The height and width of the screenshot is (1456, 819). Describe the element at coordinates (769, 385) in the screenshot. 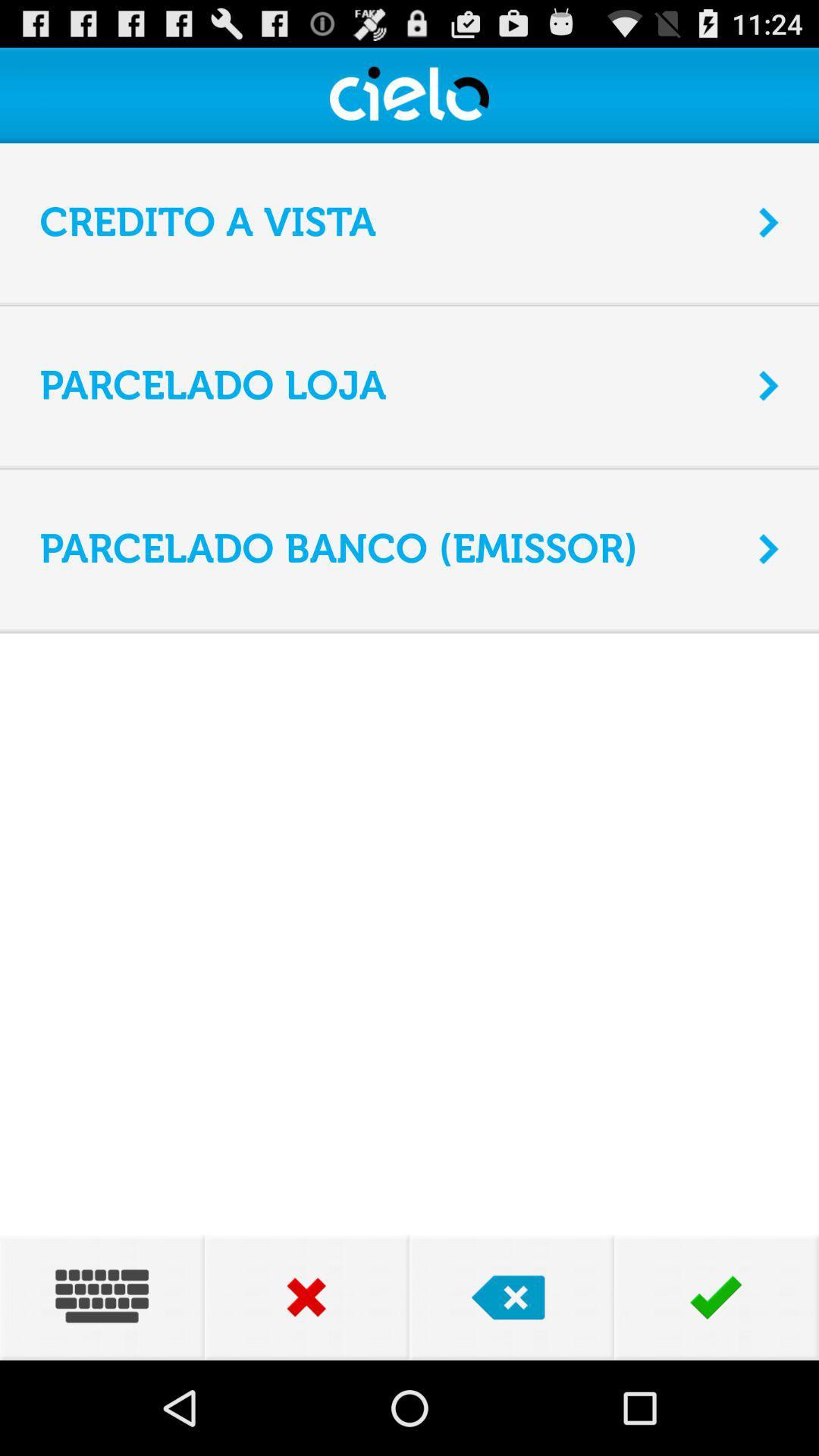

I see `the app to the right of parcelado loja icon` at that location.